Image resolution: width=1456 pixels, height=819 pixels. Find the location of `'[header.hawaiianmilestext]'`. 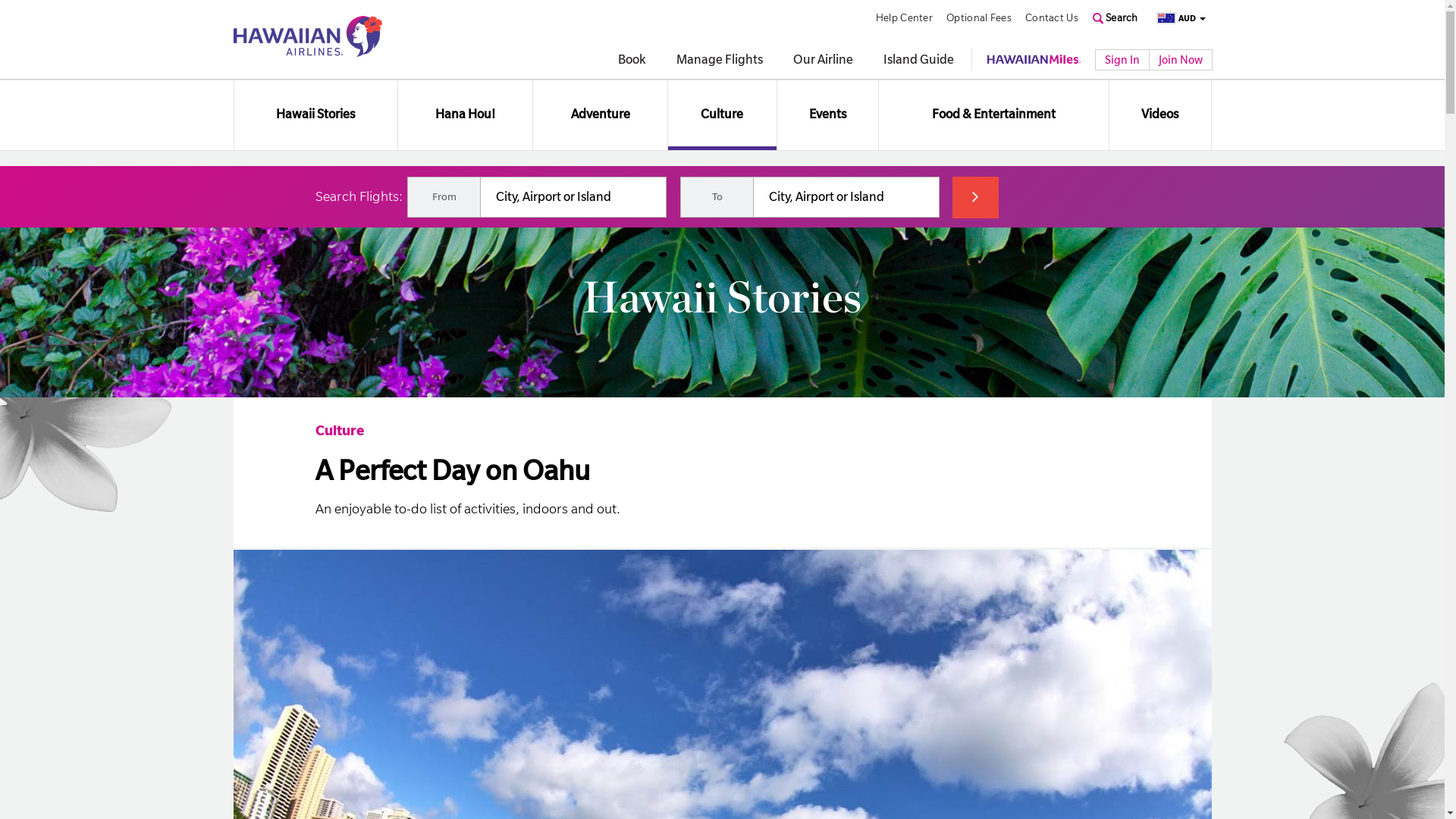

'[header.hawaiianmilestext]' is located at coordinates (1033, 58).